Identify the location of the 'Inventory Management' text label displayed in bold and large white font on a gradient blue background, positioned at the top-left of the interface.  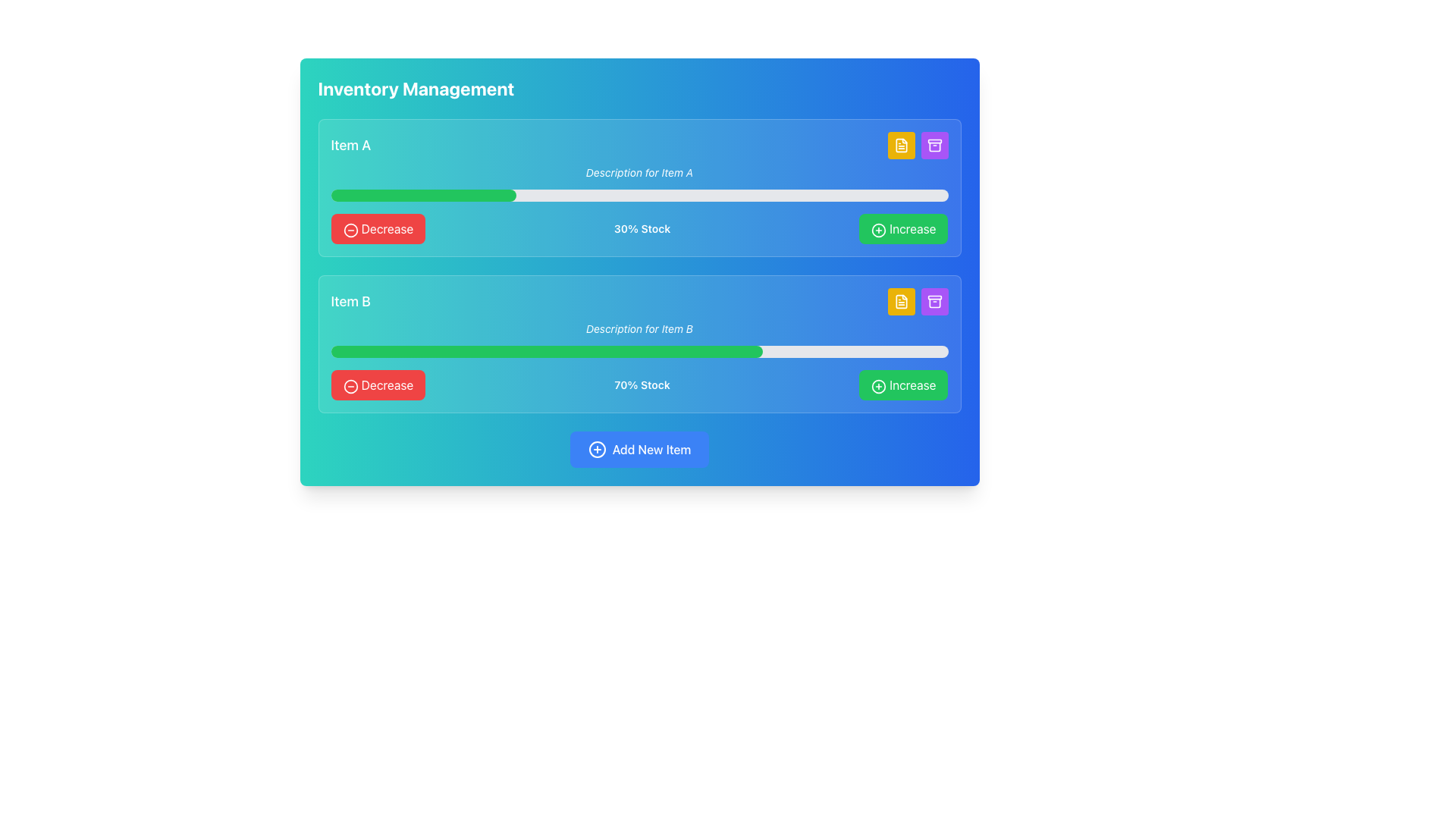
(416, 88).